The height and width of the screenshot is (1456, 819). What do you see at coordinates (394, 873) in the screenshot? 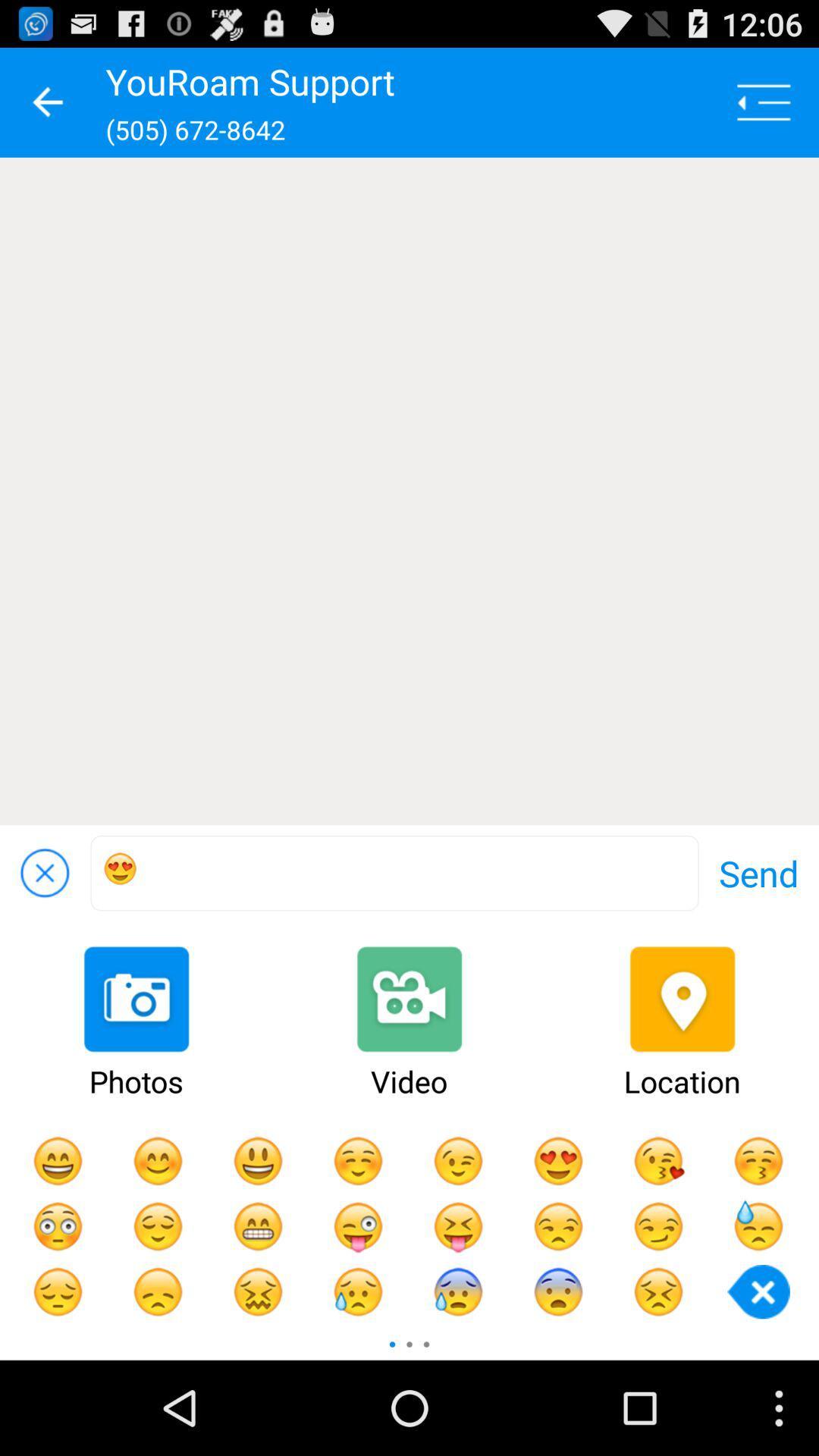
I see `icon to the left of the send item` at bounding box center [394, 873].